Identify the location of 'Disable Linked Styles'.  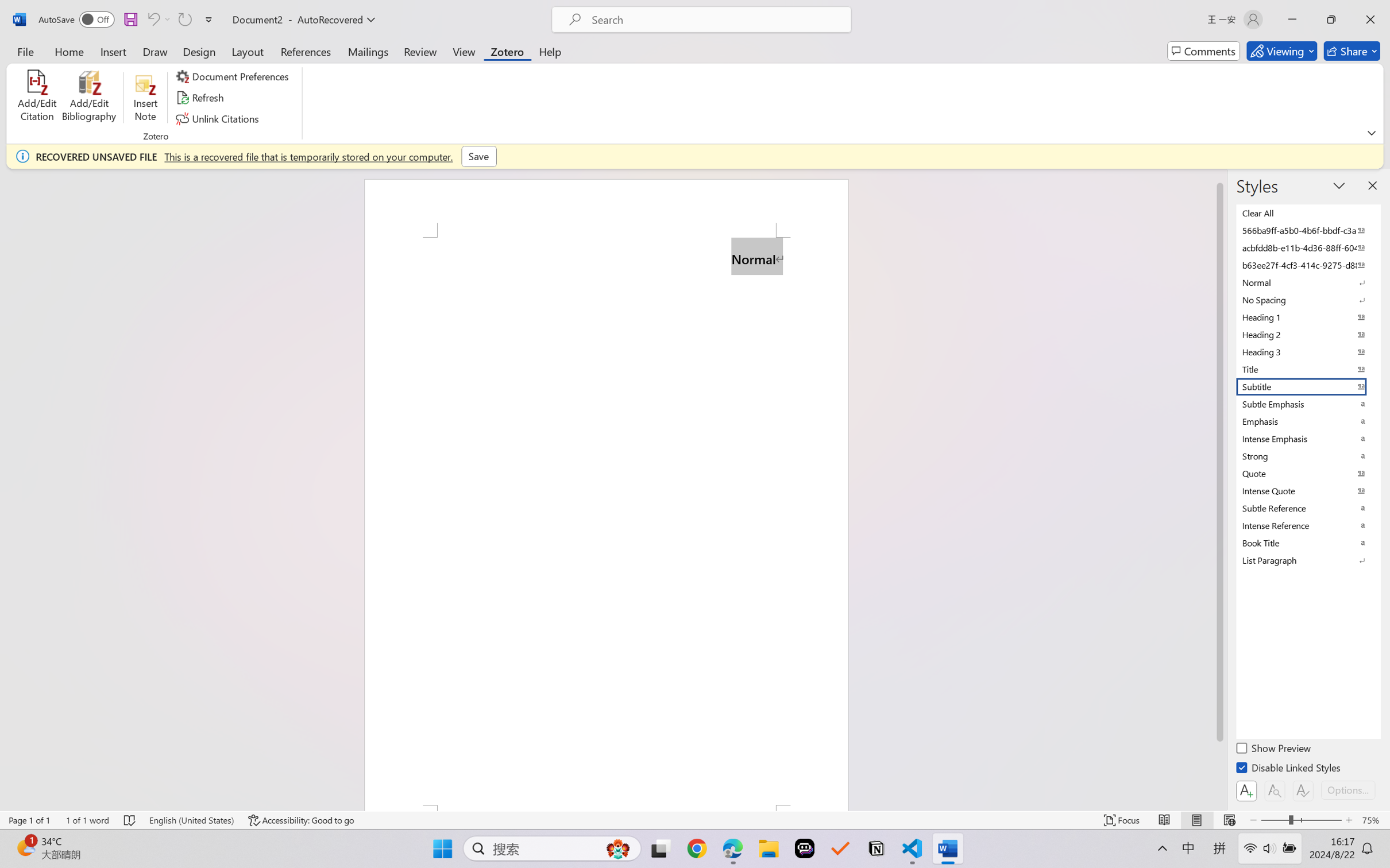
(1288, 769).